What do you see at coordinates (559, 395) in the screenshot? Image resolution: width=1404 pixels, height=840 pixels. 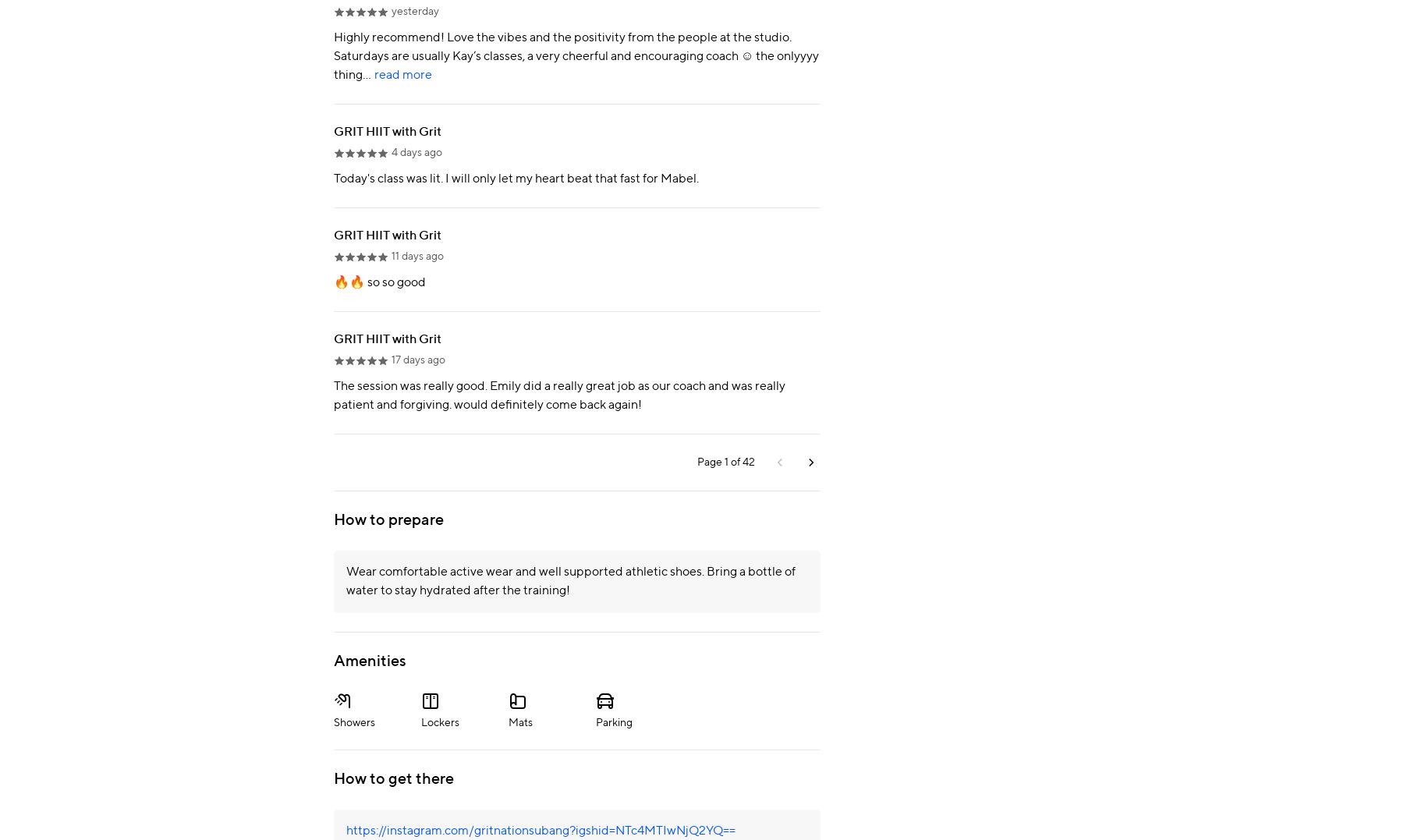 I see `'The session was really good. Emily did a really great job as our coach and was really patient and forgiving. would definitely come back again!'` at bounding box center [559, 395].